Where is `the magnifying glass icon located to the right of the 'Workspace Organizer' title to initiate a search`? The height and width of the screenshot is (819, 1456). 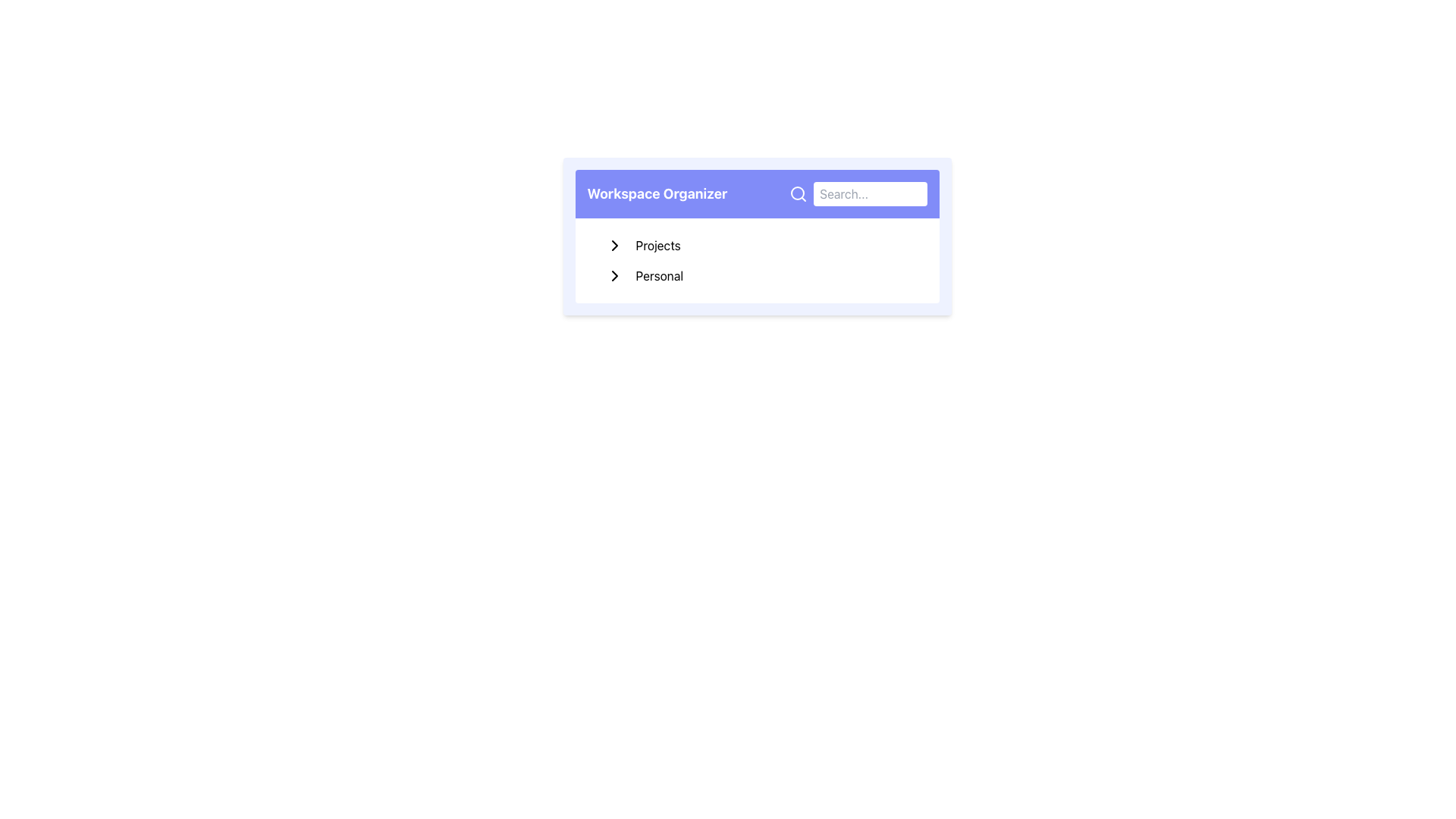 the magnifying glass icon located to the right of the 'Workspace Organizer' title to initiate a search is located at coordinates (798, 193).